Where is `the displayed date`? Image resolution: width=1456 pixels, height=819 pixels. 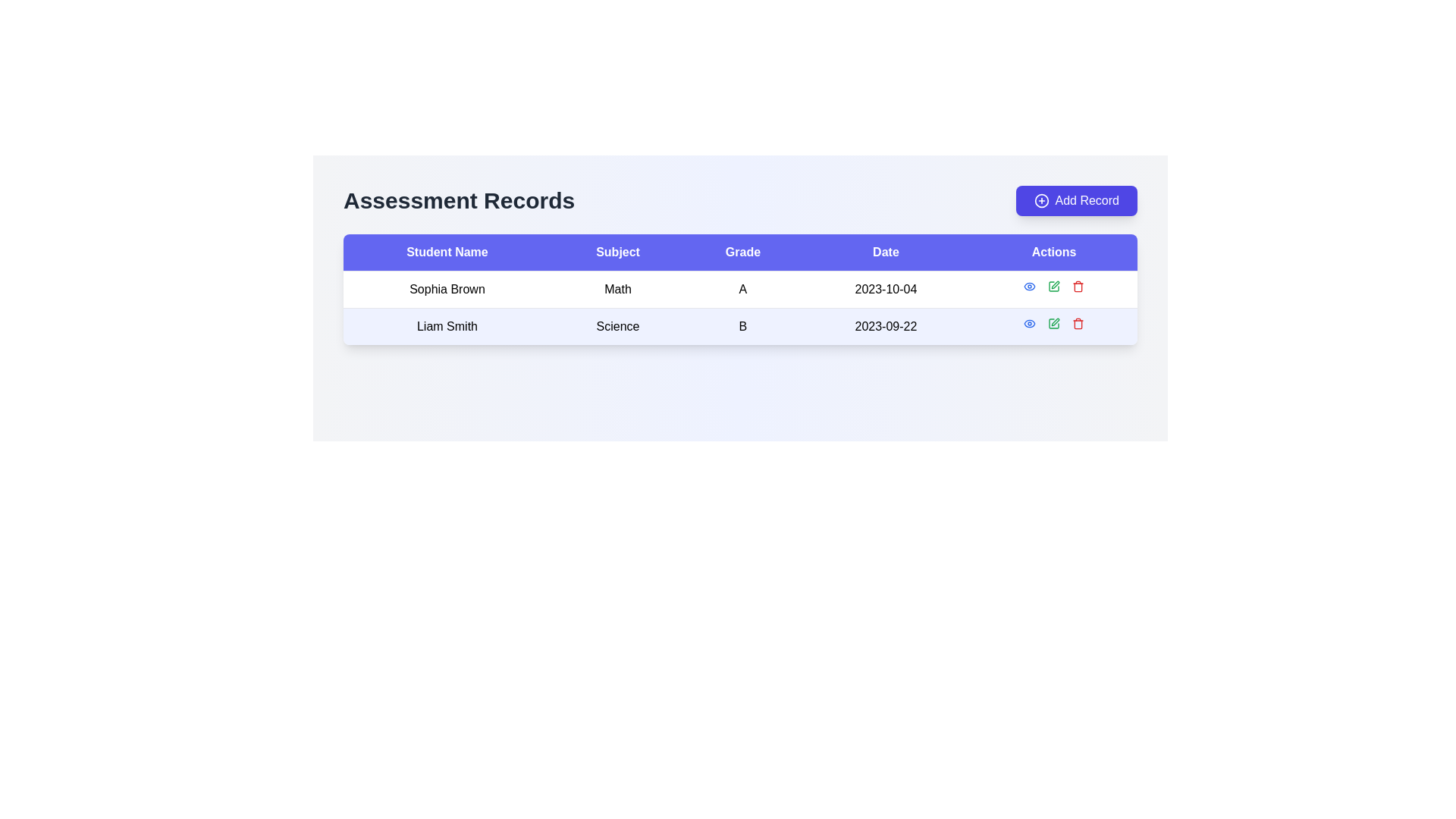
the displayed date is located at coordinates (886, 325).